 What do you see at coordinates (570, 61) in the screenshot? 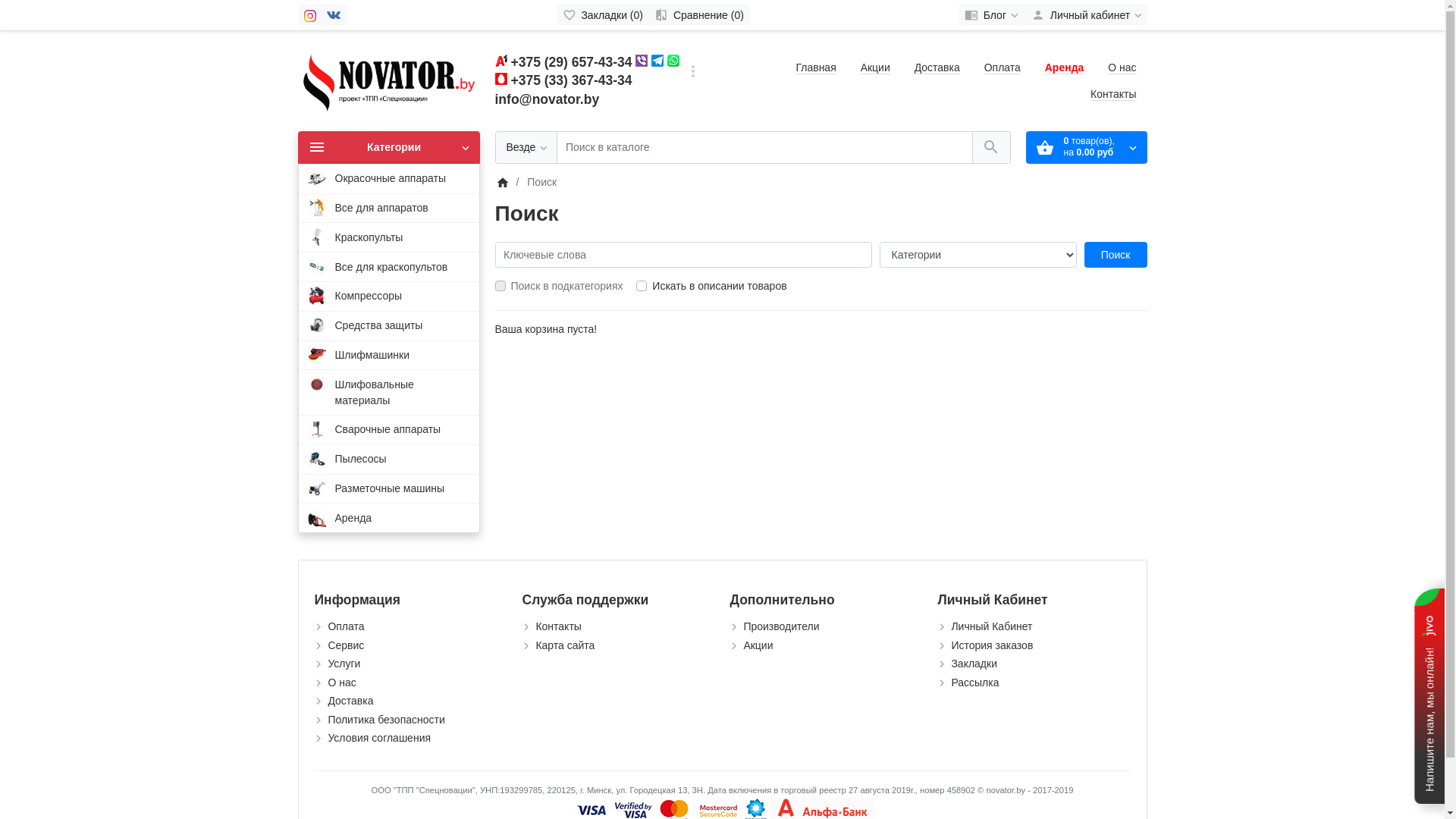
I see `'+375 (29) 657-43-34'` at bounding box center [570, 61].